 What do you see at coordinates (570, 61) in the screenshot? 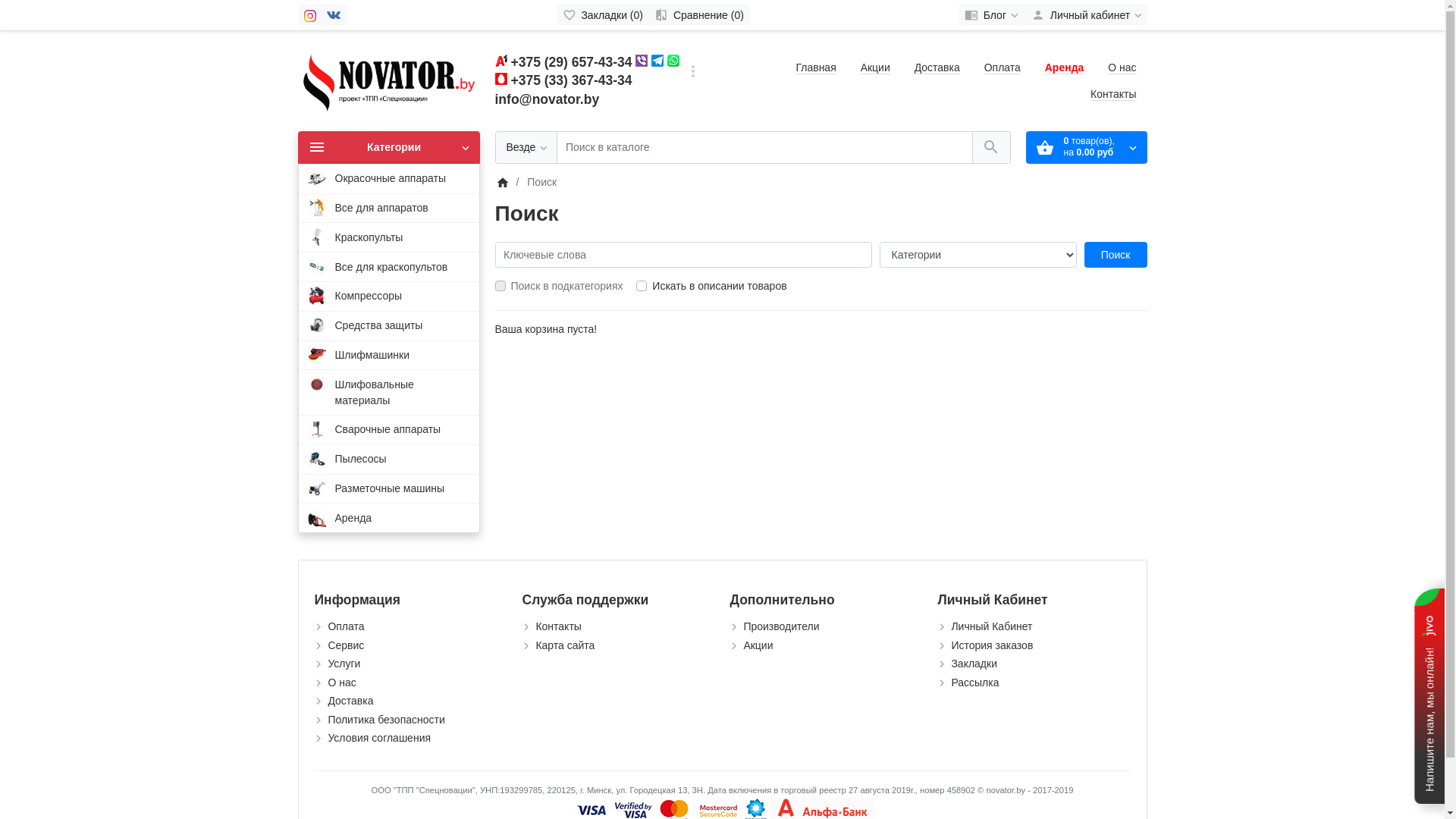
I see `'+375 (29) 657-43-34'` at bounding box center [570, 61].